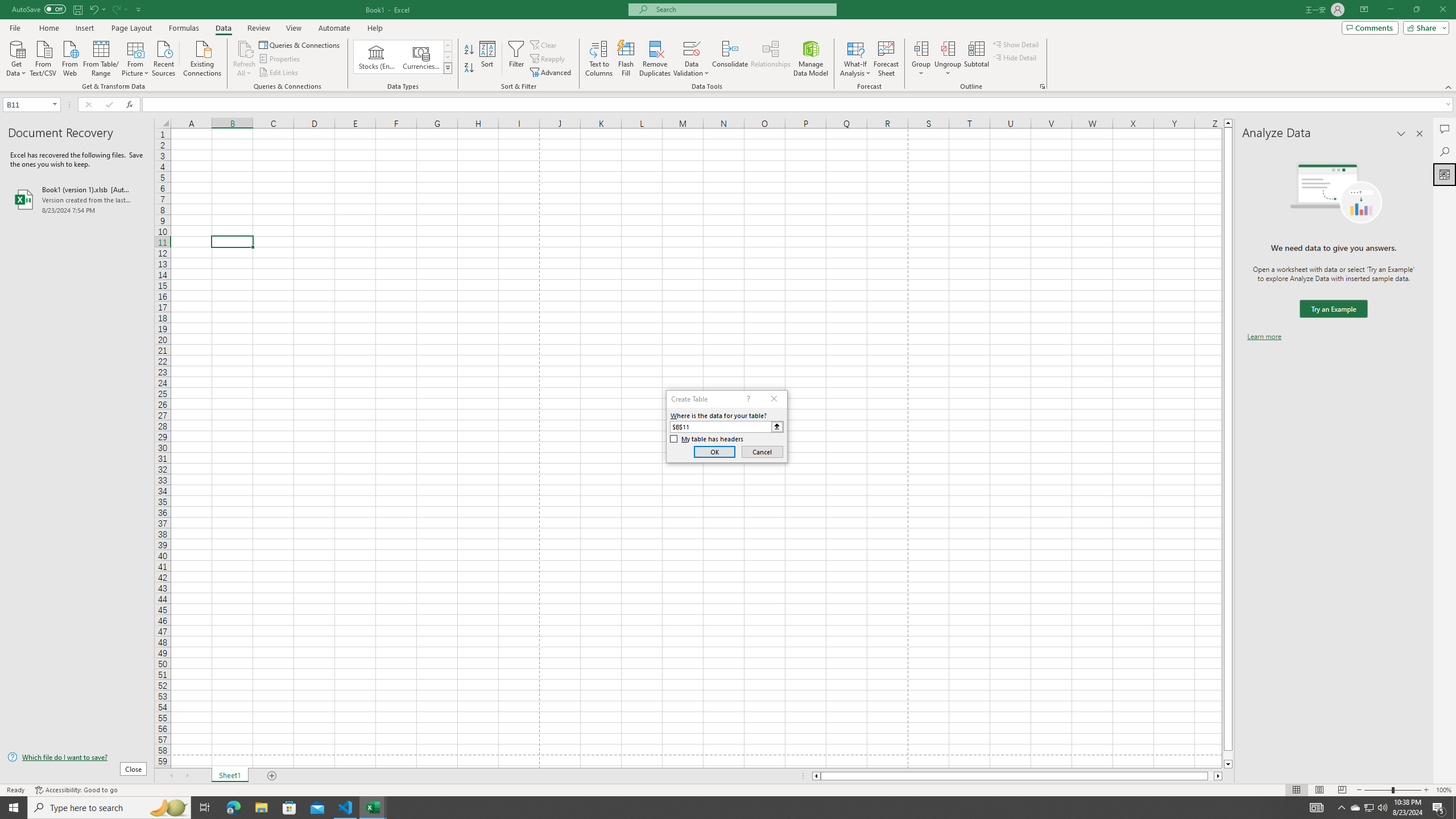  What do you see at coordinates (280, 59) in the screenshot?
I see `'Properties'` at bounding box center [280, 59].